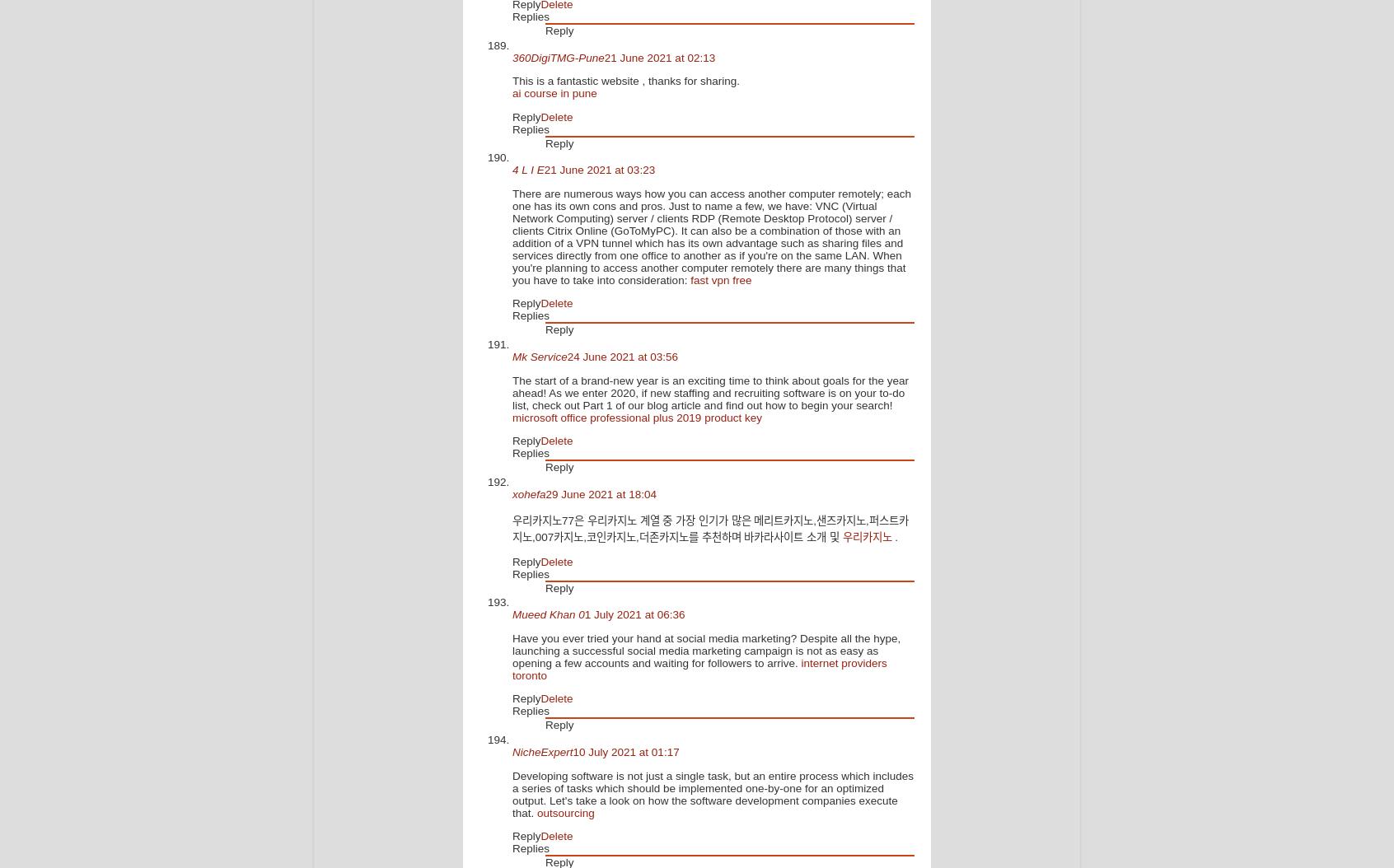 This screenshot has width=1394, height=868. Describe the element at coordinates (709, 529) in the screenshot. I see `'우리카지노77은 우리카지노 계열 중 가장 인기가 많은 메리트카지노,샌즈카지노,​퍼스트카지노,007카지노,코인카지노,더존카지노를 추천하며 바카라사이트 소개 및'` at that location.